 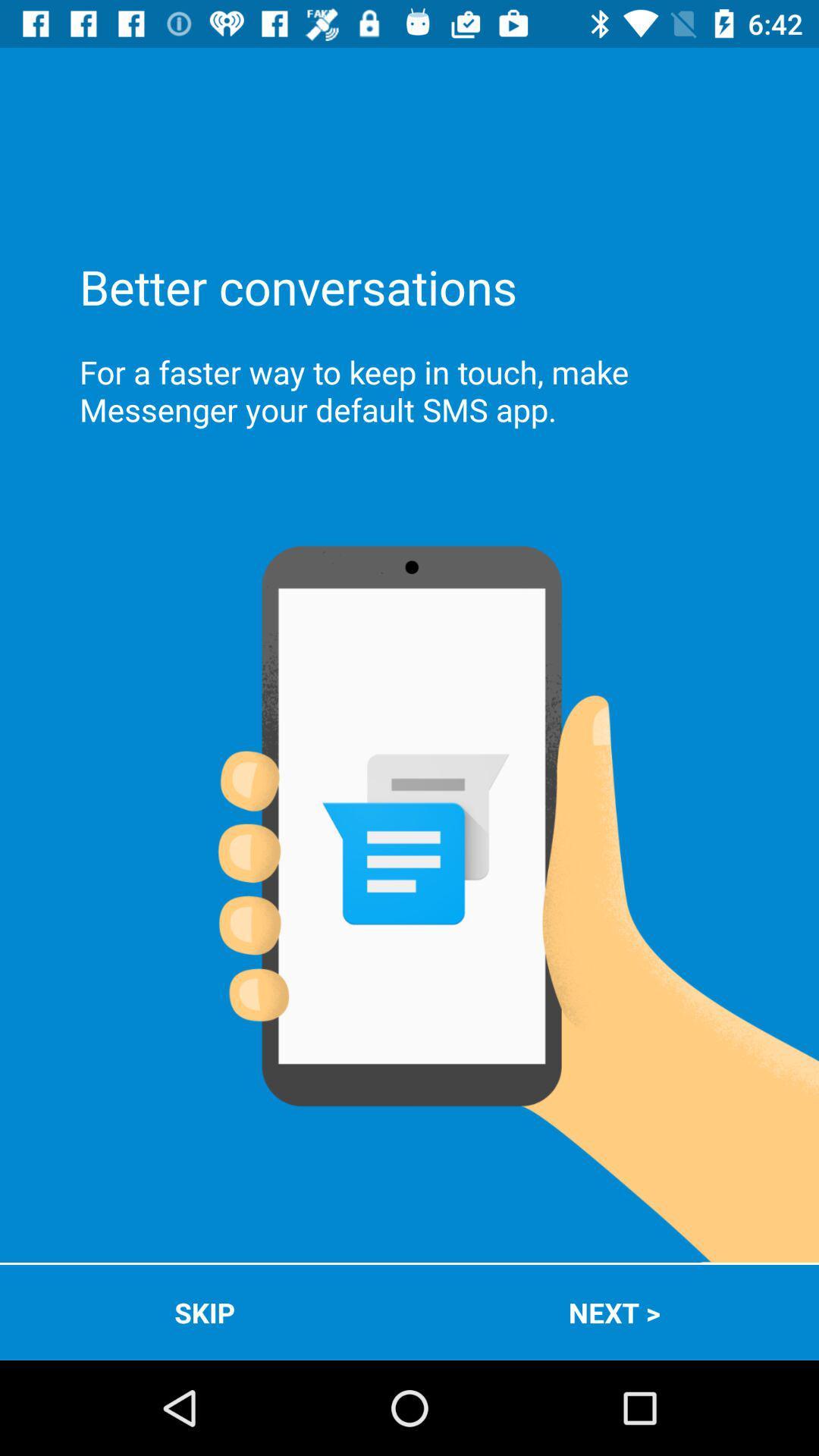 I want to click on the icon to the left of the next > app, so click(x=205, y=1312).